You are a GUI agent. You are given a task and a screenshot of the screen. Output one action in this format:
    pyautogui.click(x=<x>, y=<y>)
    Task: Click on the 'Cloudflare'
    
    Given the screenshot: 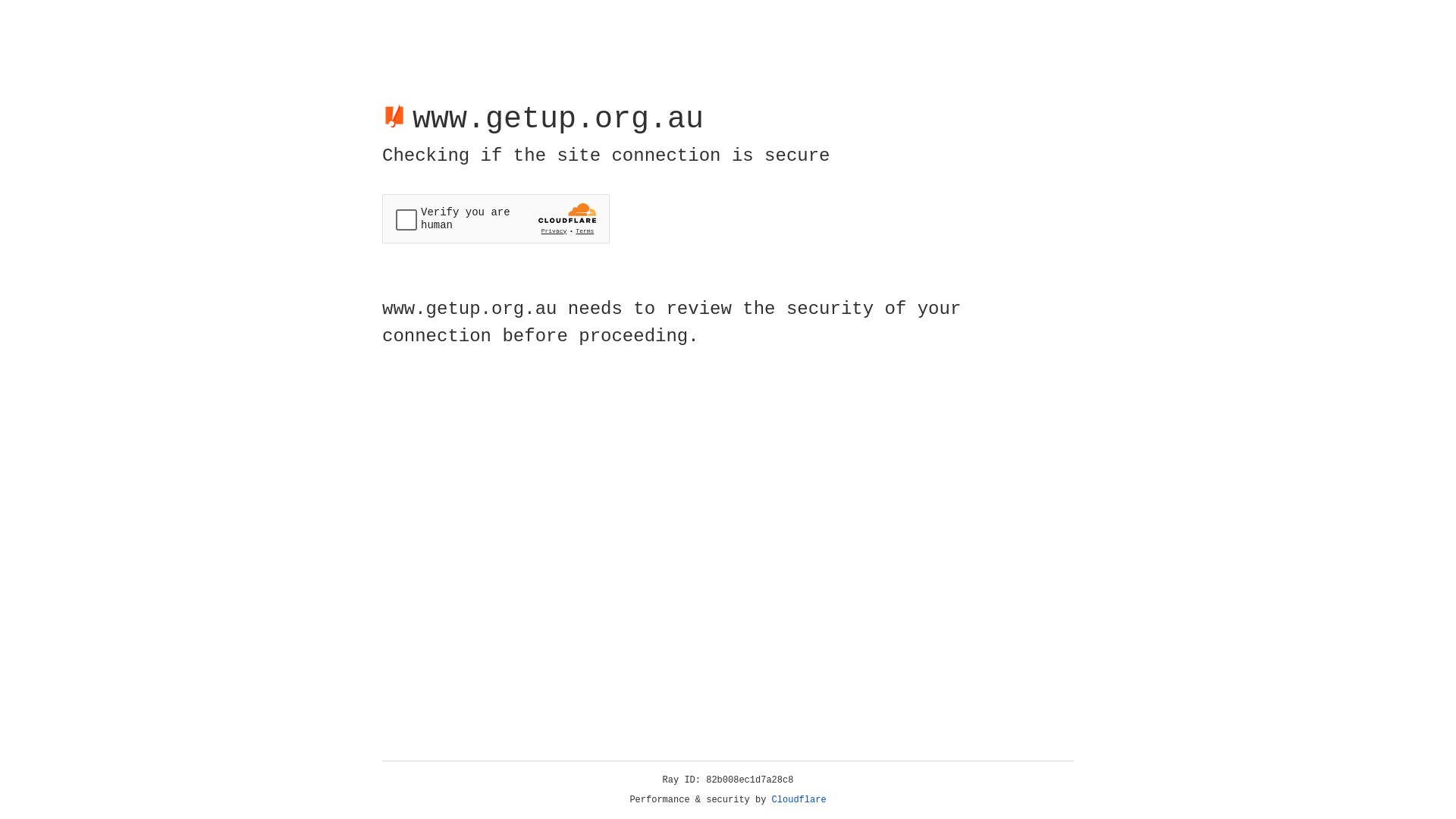 What is the action you would take?
    pyautogui.click(x=799, y=799)
    